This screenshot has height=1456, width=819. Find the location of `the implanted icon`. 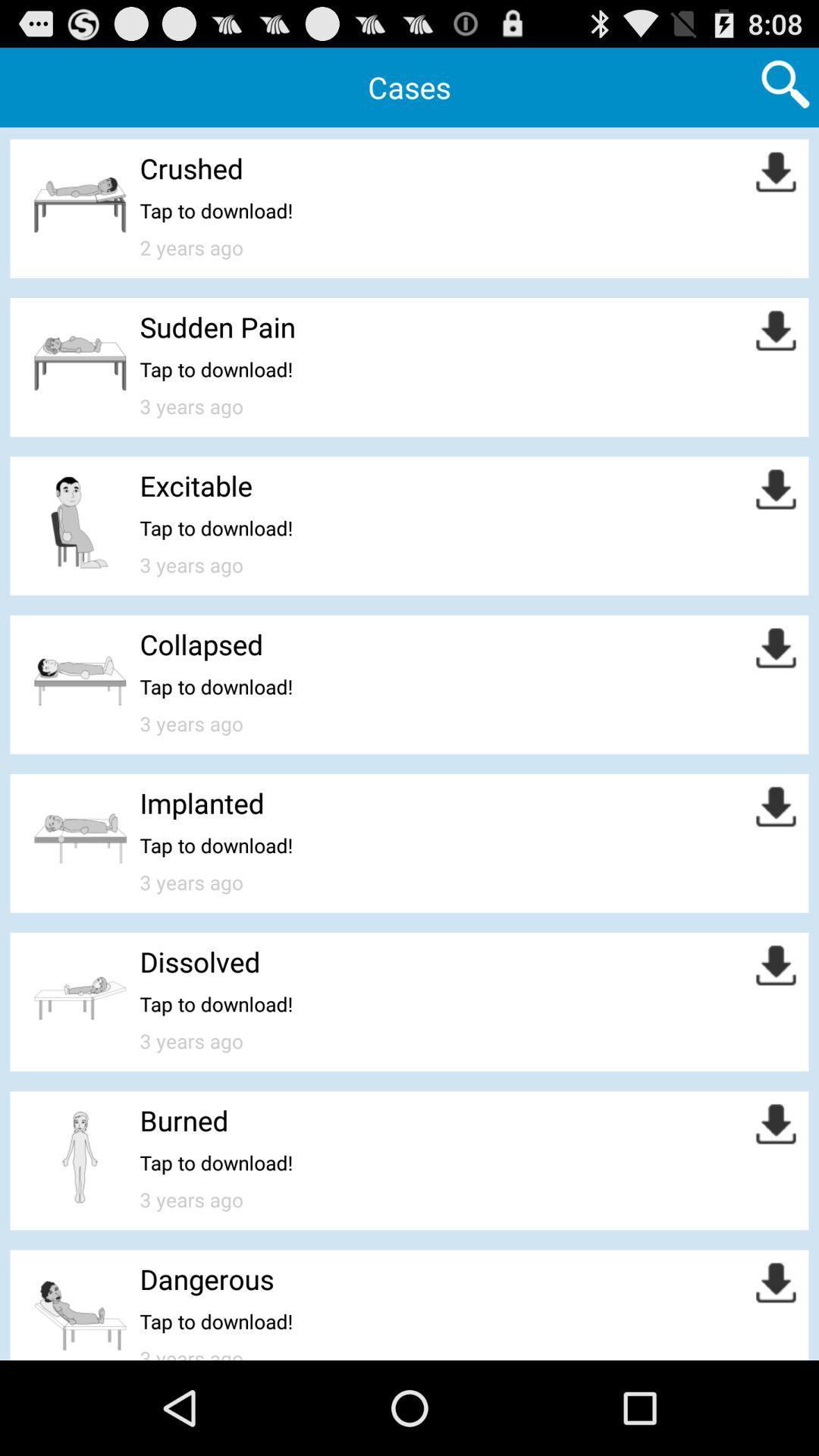

the implanted icon is located at coordinates (201, 802).